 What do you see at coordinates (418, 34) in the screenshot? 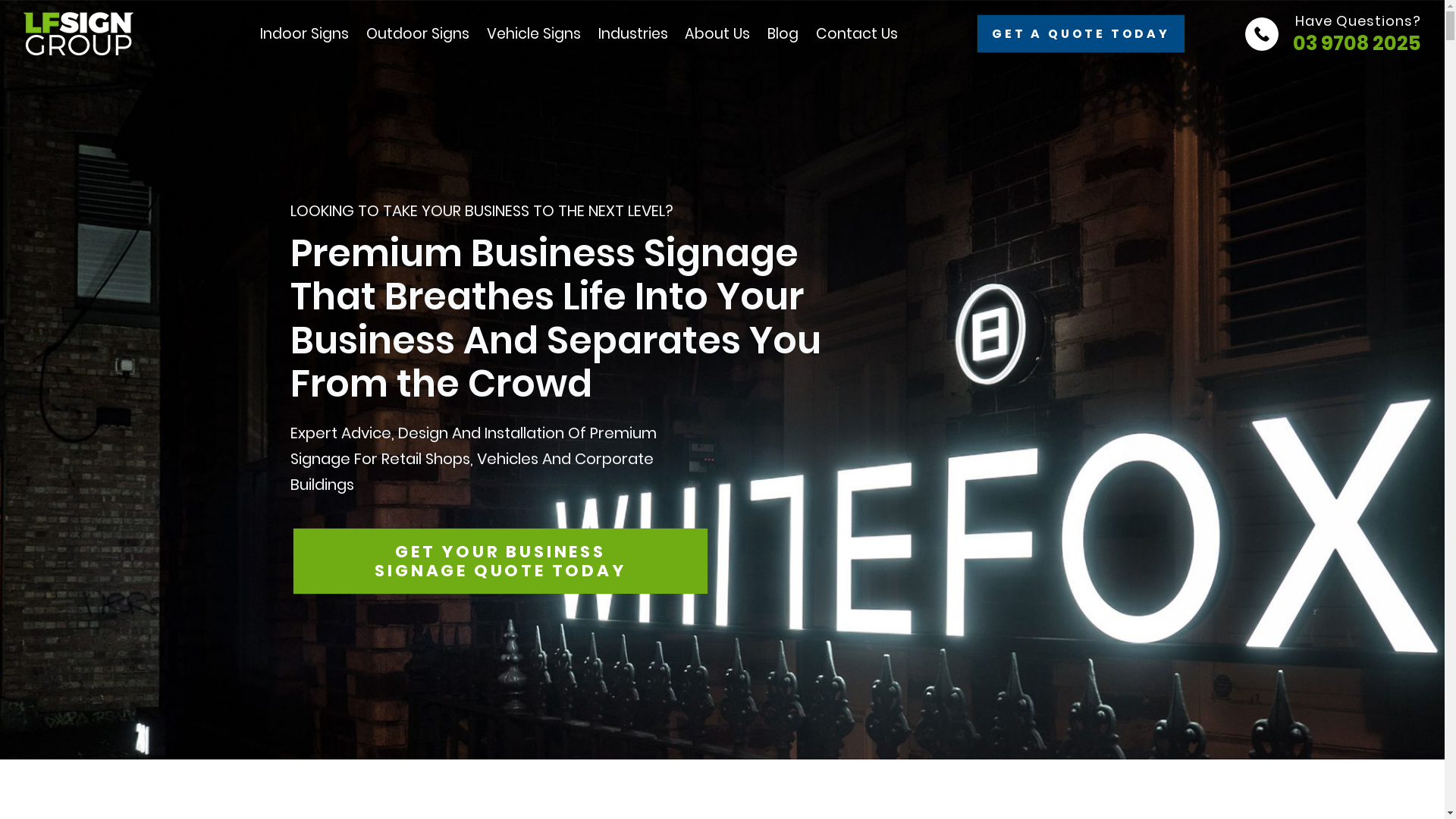
I see `'Outdoor Signs'` at bounding box center [418, 34].